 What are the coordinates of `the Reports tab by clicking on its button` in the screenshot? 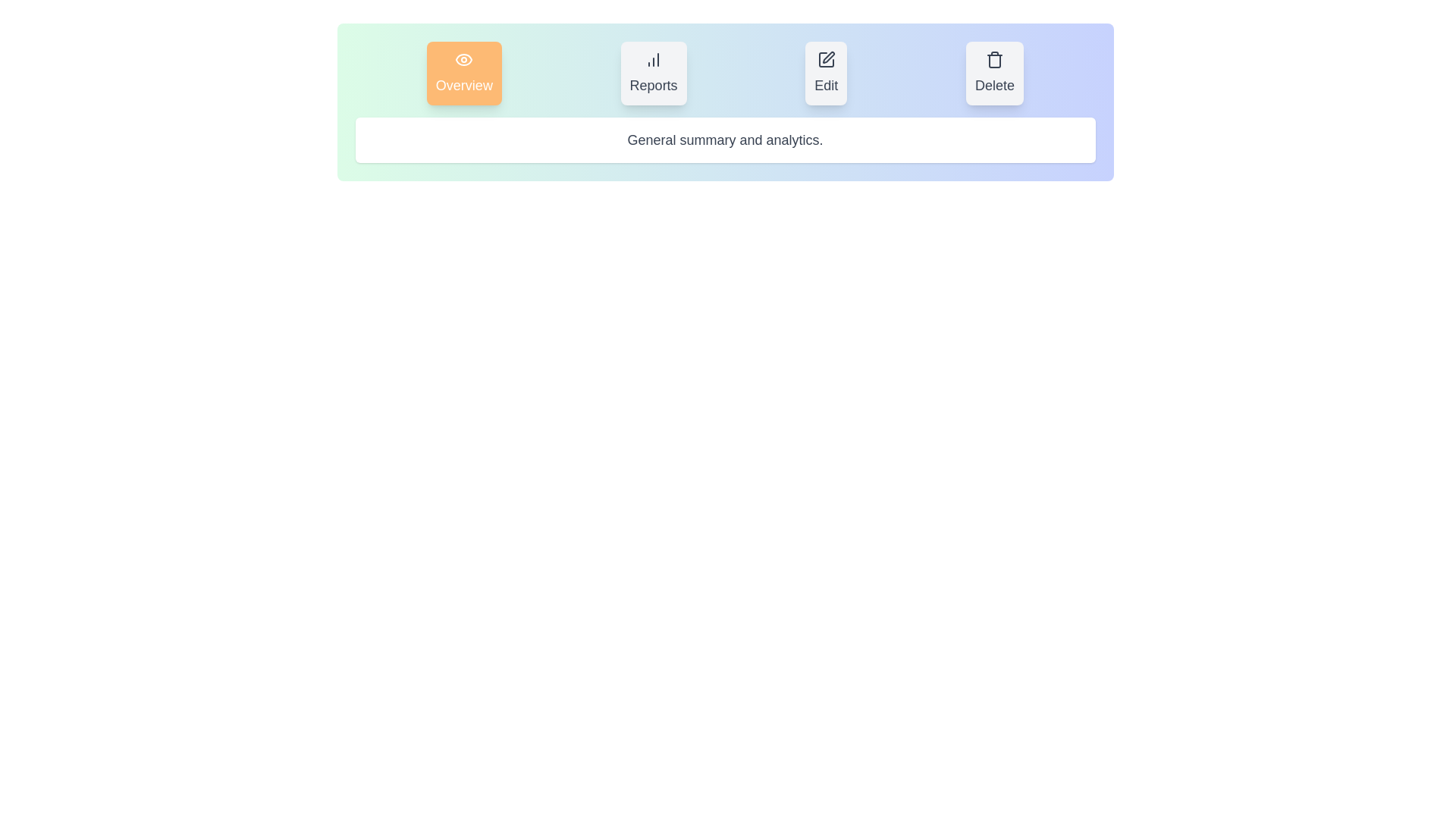 It's located at (654, 73).